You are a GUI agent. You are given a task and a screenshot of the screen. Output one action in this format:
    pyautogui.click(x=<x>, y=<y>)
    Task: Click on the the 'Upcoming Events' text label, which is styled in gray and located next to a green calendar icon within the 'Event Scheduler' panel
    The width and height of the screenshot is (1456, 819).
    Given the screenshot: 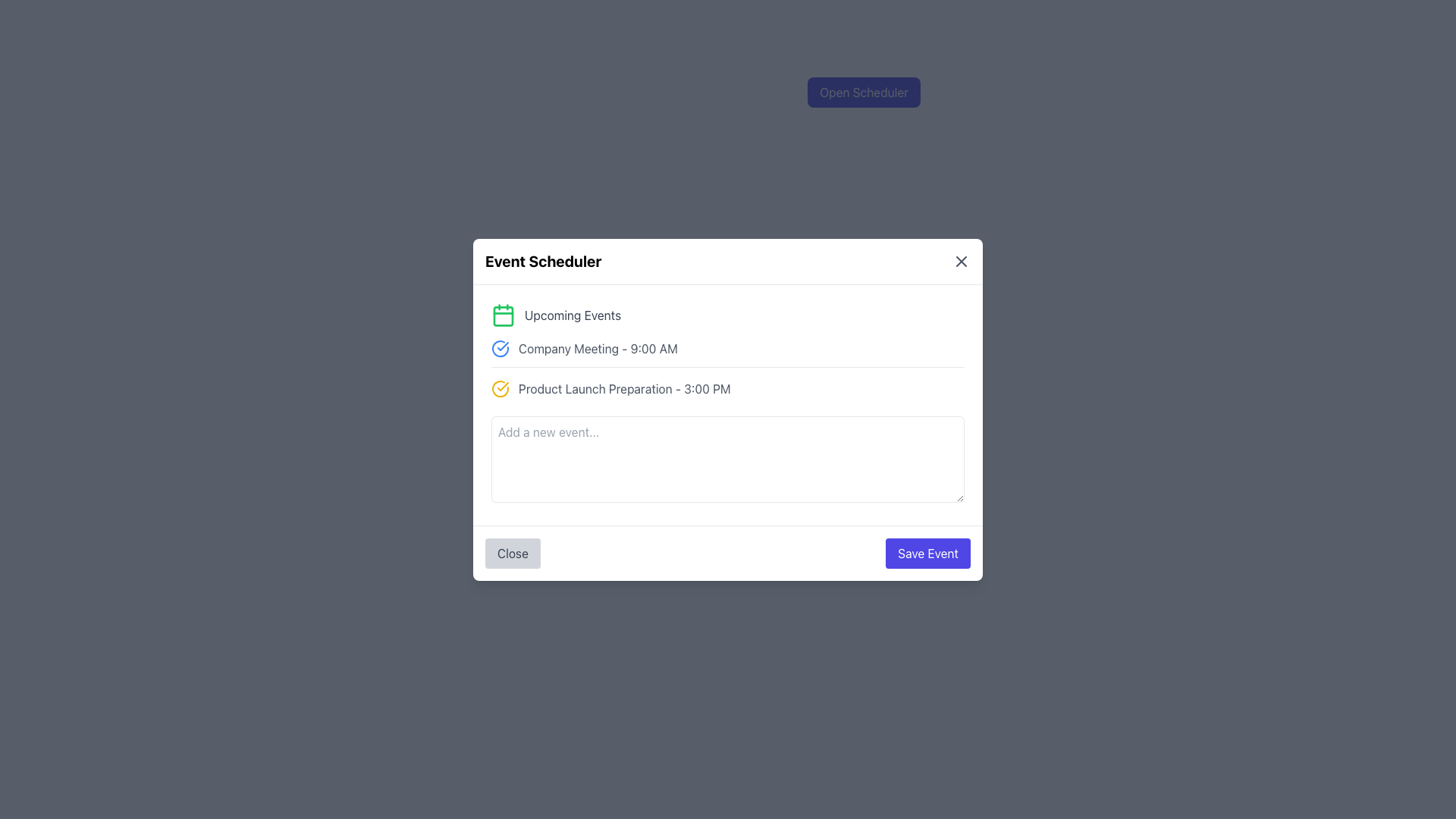 What is the action you would take?
    pyautogui.click(x=572, y=314)
    